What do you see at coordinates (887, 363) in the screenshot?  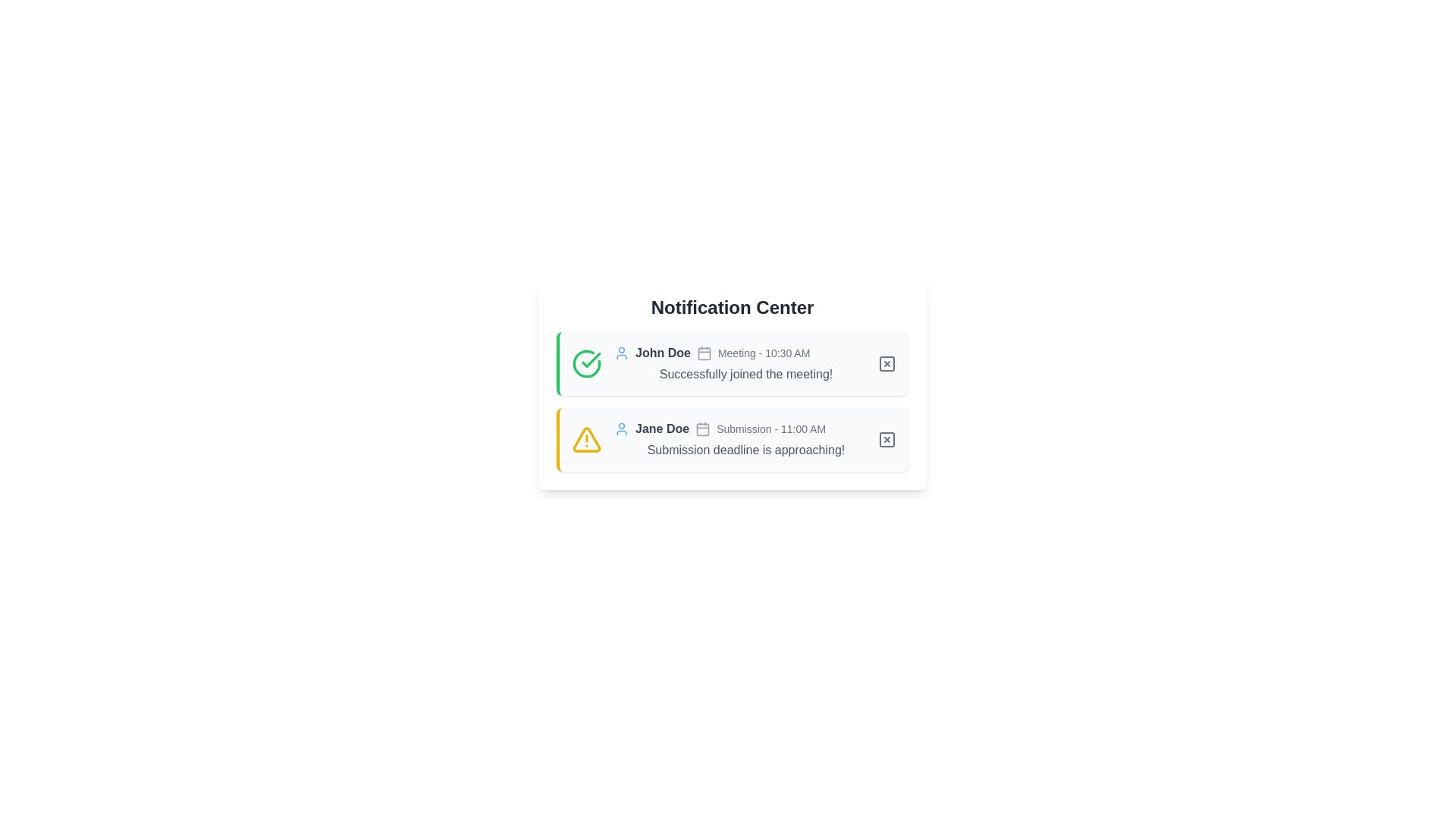 I see `the close button located at the top-right of the first notification card next to 'John Doe' and 'Meeting - 10:30 AM'` at bounding box center [887, 363].